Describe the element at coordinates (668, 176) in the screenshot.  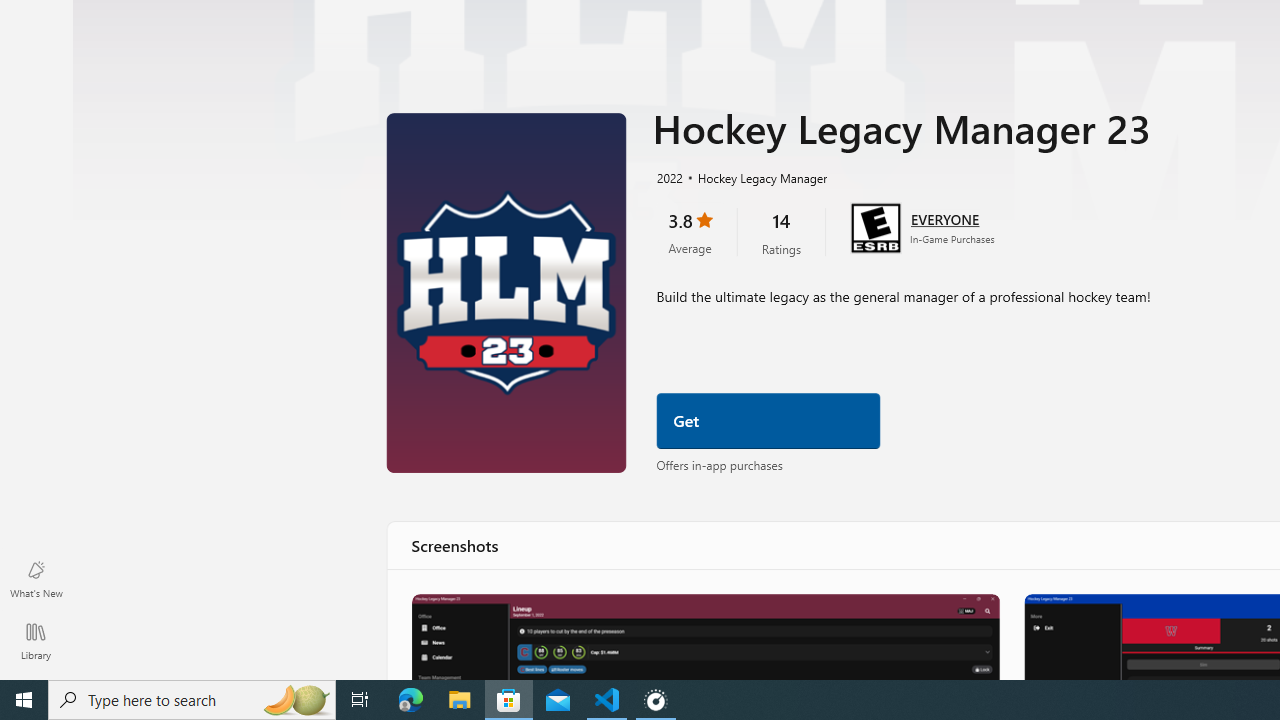
I see `'2022'` at that location.